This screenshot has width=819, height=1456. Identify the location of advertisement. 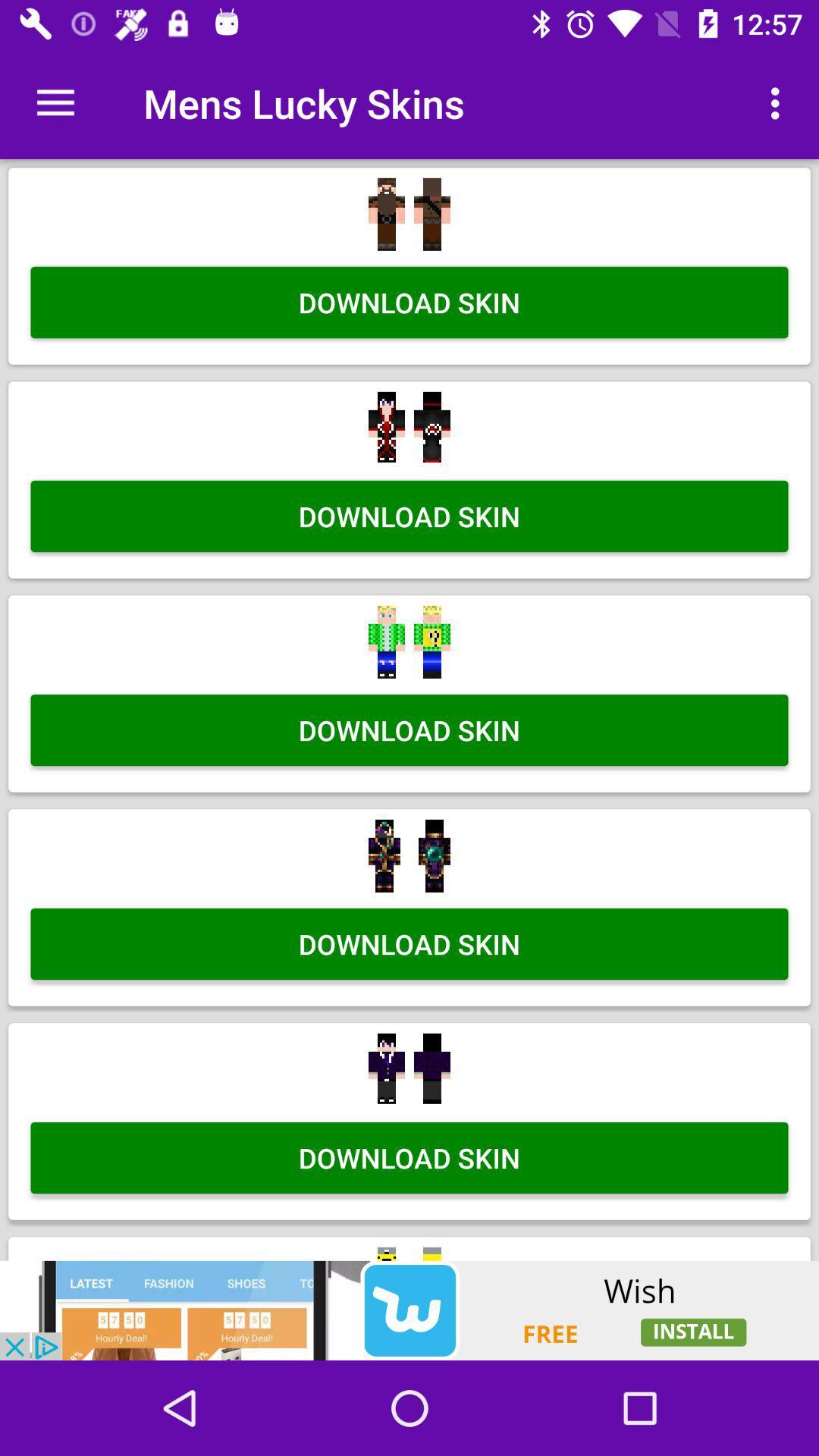
(409, 1310).